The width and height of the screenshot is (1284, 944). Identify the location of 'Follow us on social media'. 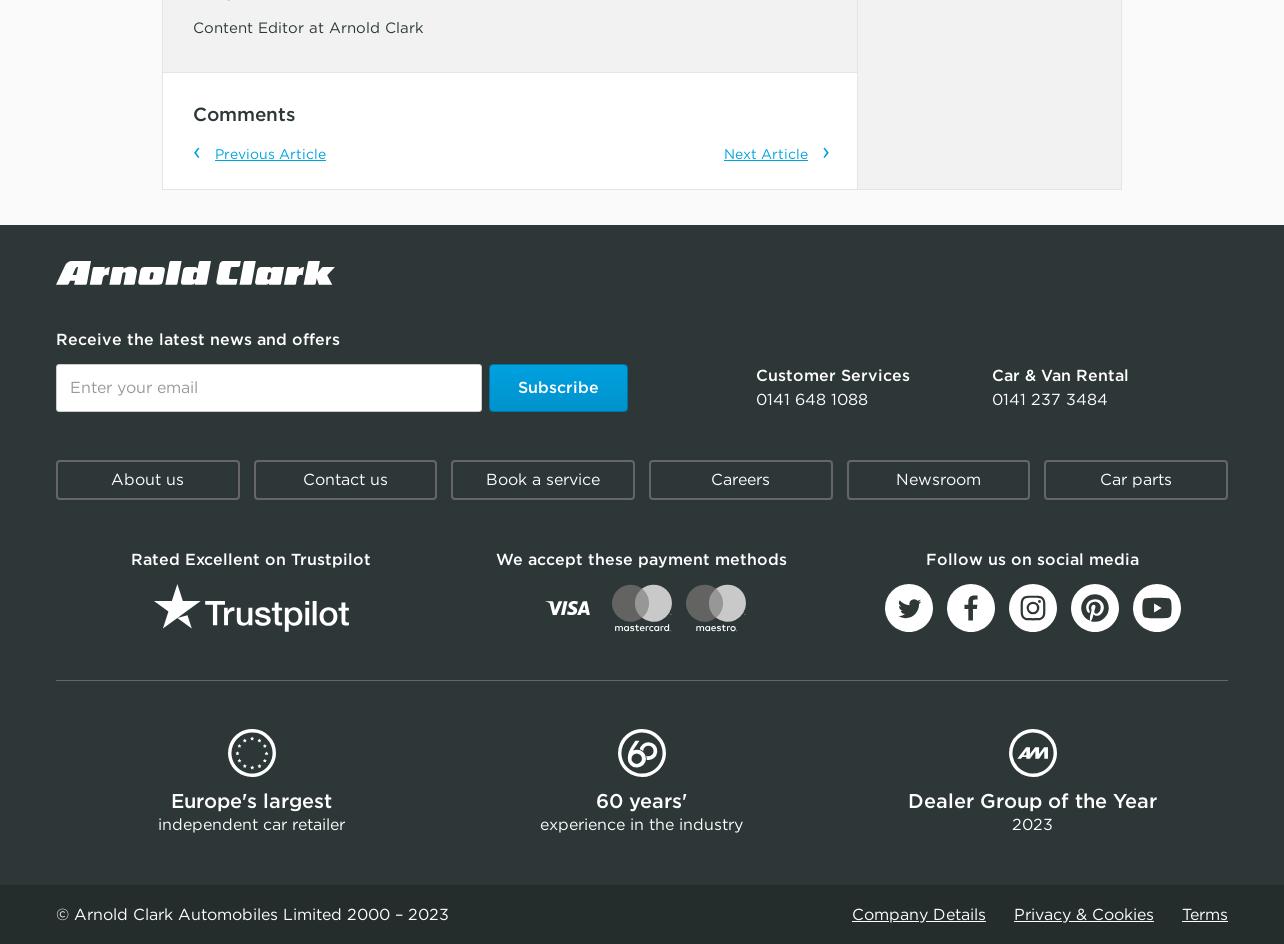
(1032, 557).